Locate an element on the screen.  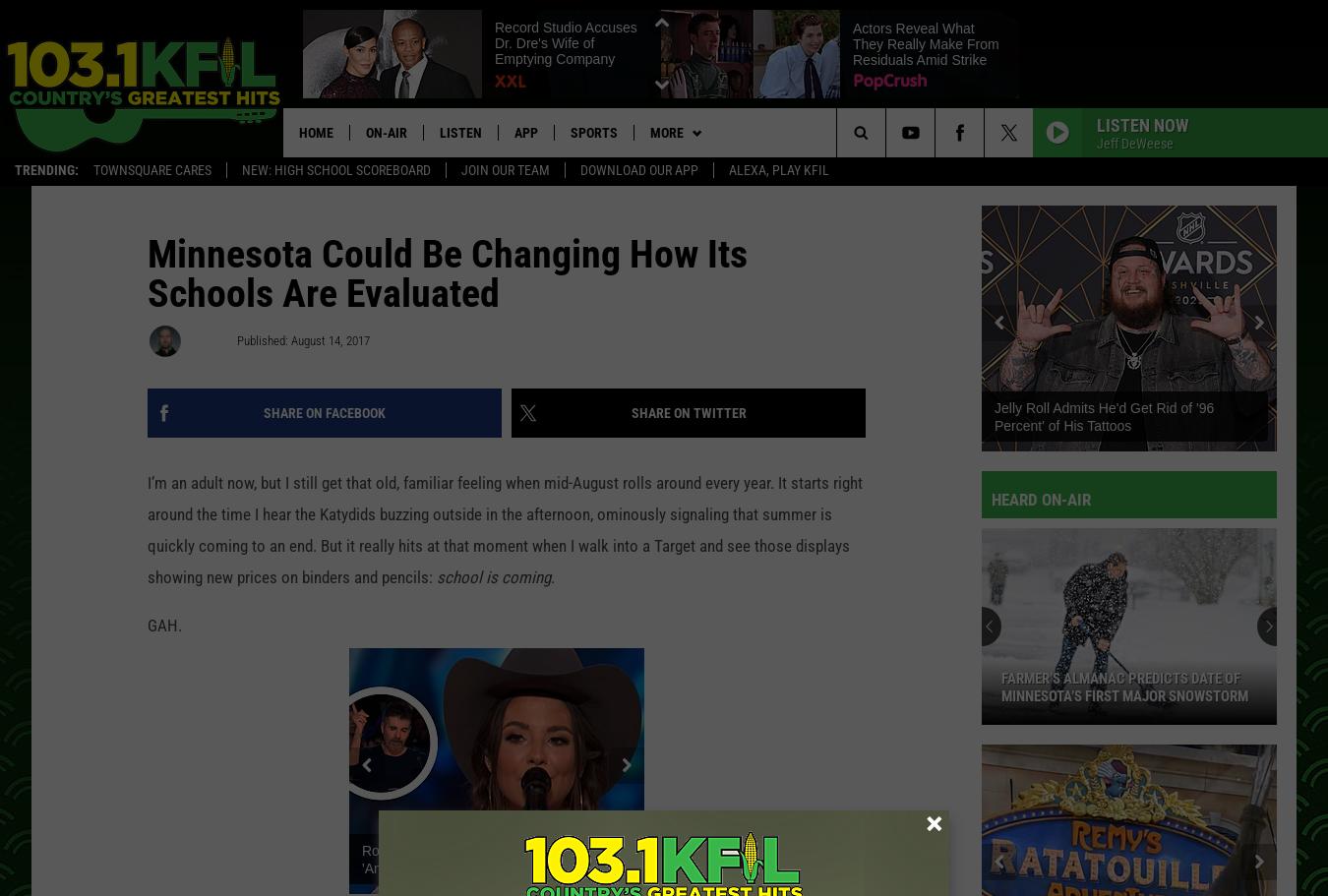
'Download Our App' is located at coordinates (639, 172).